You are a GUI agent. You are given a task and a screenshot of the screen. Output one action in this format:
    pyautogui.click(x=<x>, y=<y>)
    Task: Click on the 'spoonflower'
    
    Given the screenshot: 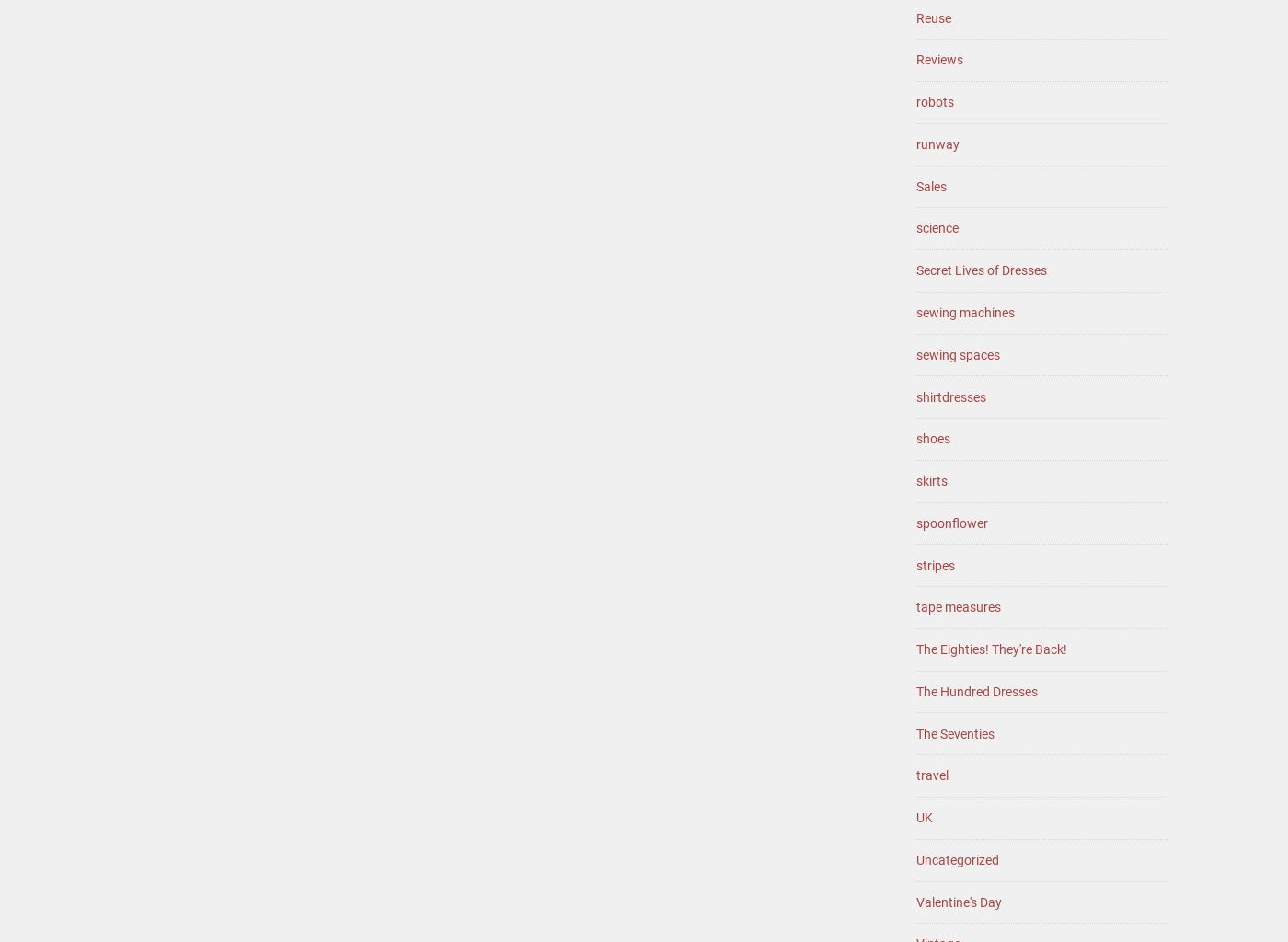 What is the action you would take?
    pyautogui.click(x=915, y=522)
    